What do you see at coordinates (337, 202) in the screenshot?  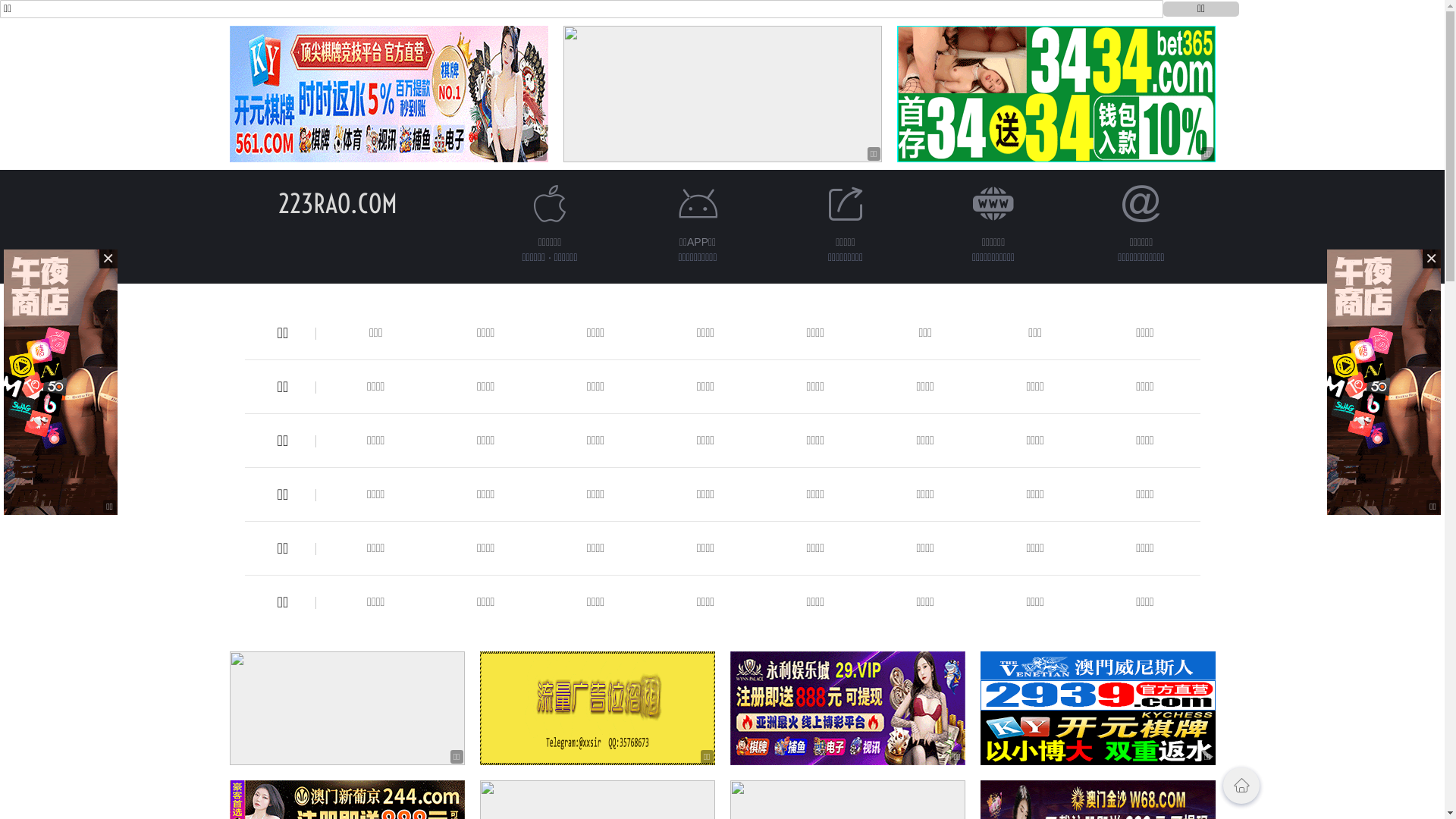 I see `'223RAO.COM'` at bounding box center [337, 202].